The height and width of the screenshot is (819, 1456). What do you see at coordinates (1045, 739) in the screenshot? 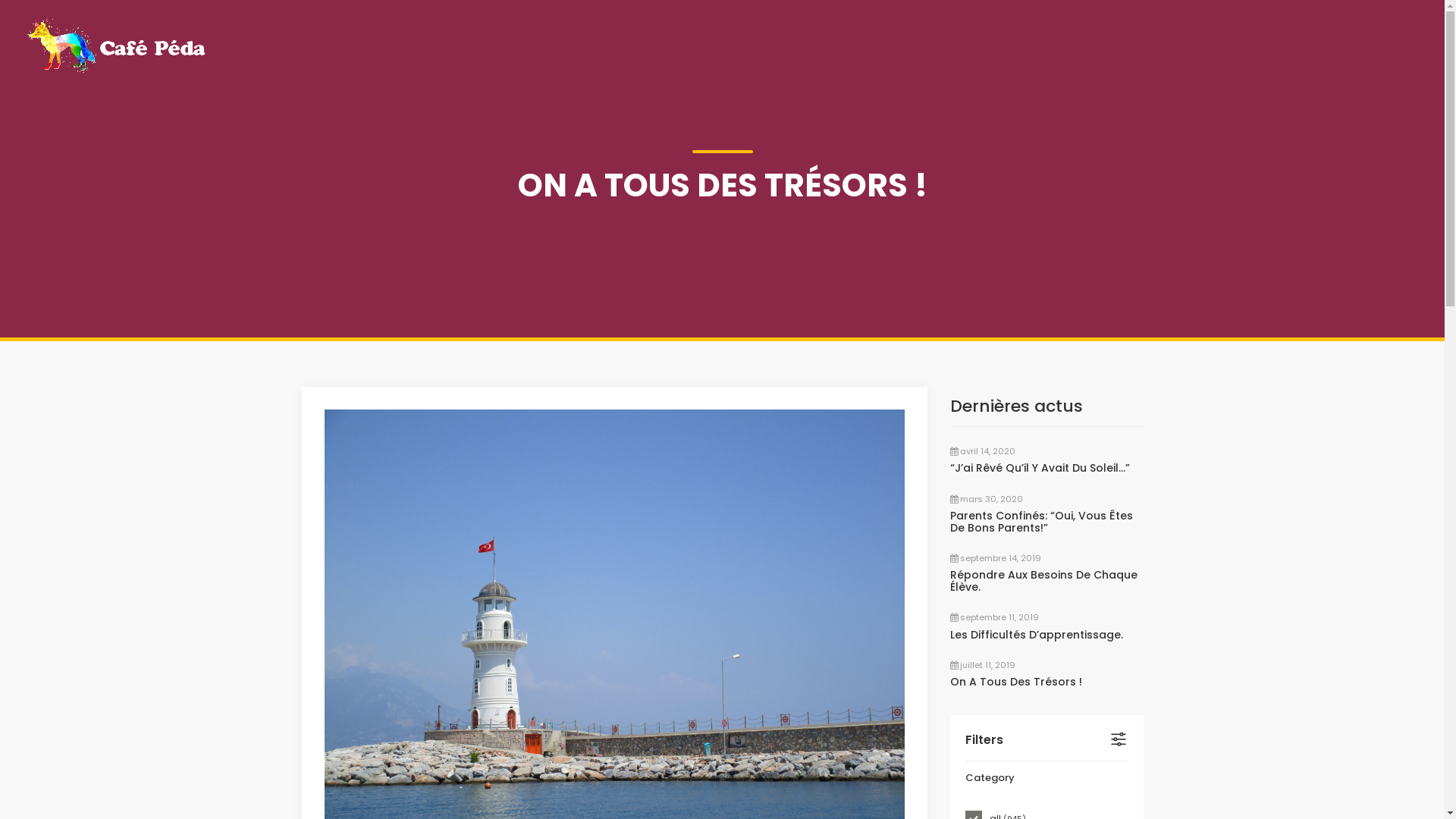
I see `'Filters'` at bounding box center [1045, 739].